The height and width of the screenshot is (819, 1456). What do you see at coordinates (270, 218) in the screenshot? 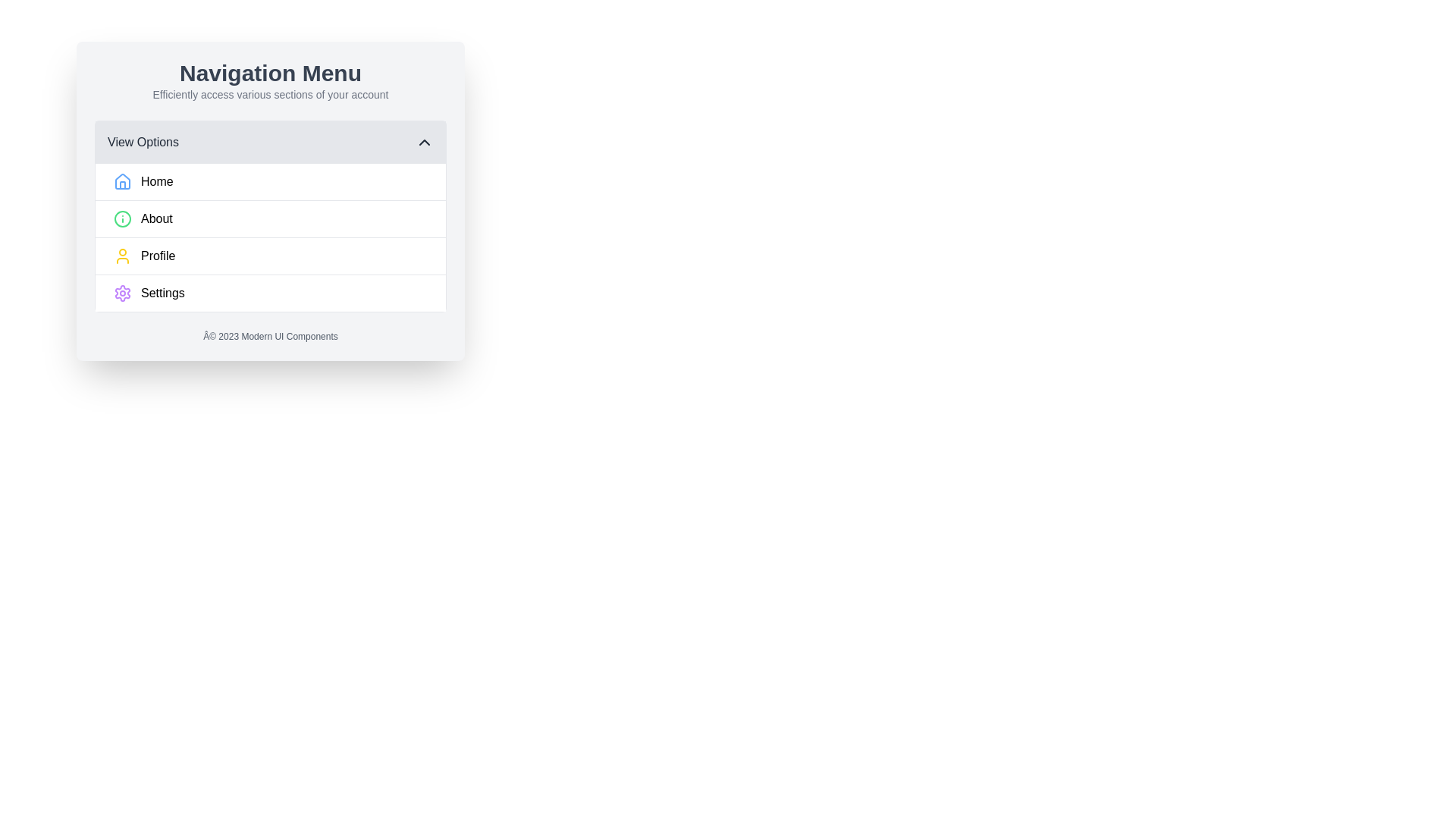
I see `the second navigation menu option under 'View Options'` at bounding box center [270, 218].